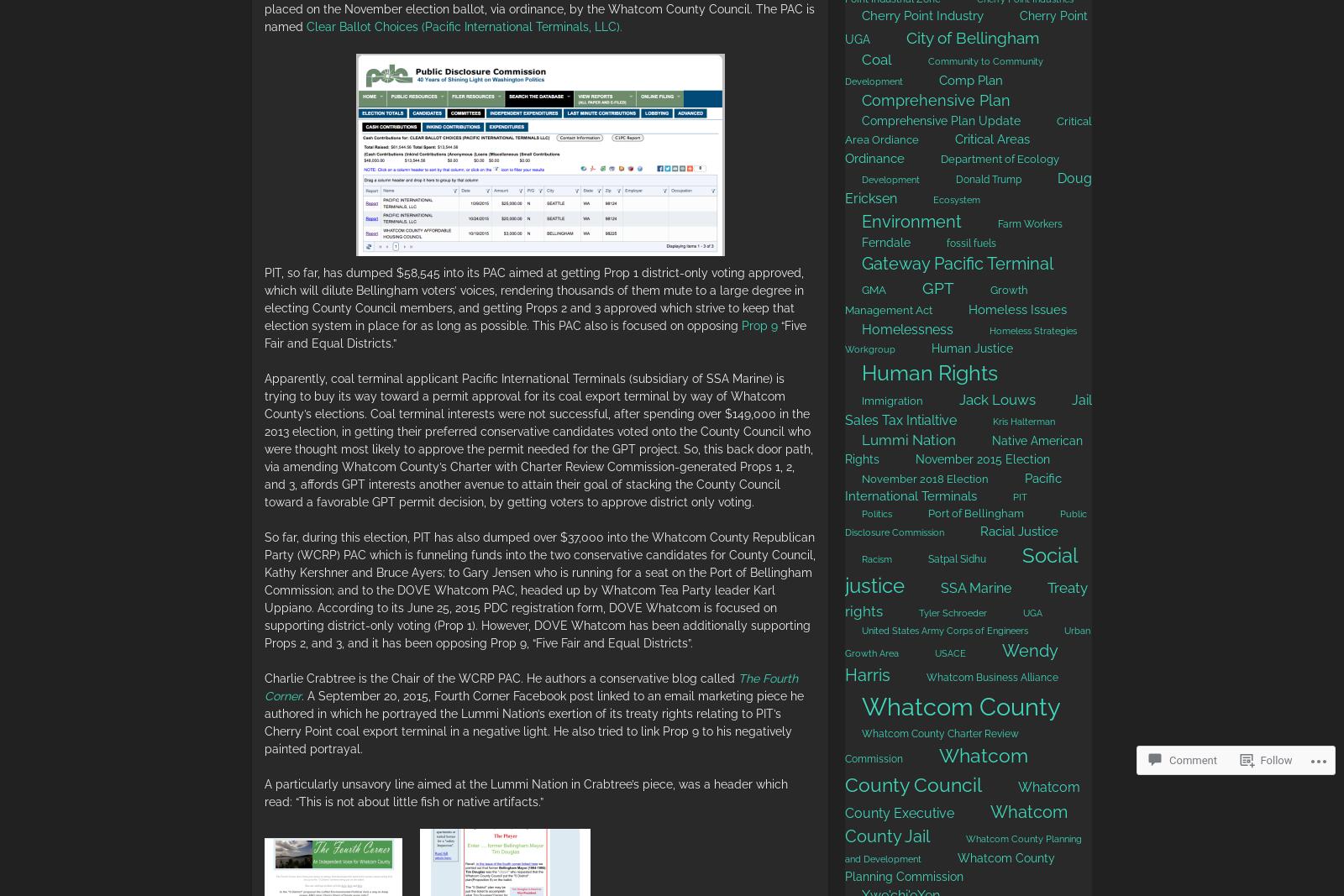 The width and height of the screenshot is (1344, 896). What do you see at coordinates (911, 221) in the screenshot?
I see `'Environment'` at bounding box center [911, 221].